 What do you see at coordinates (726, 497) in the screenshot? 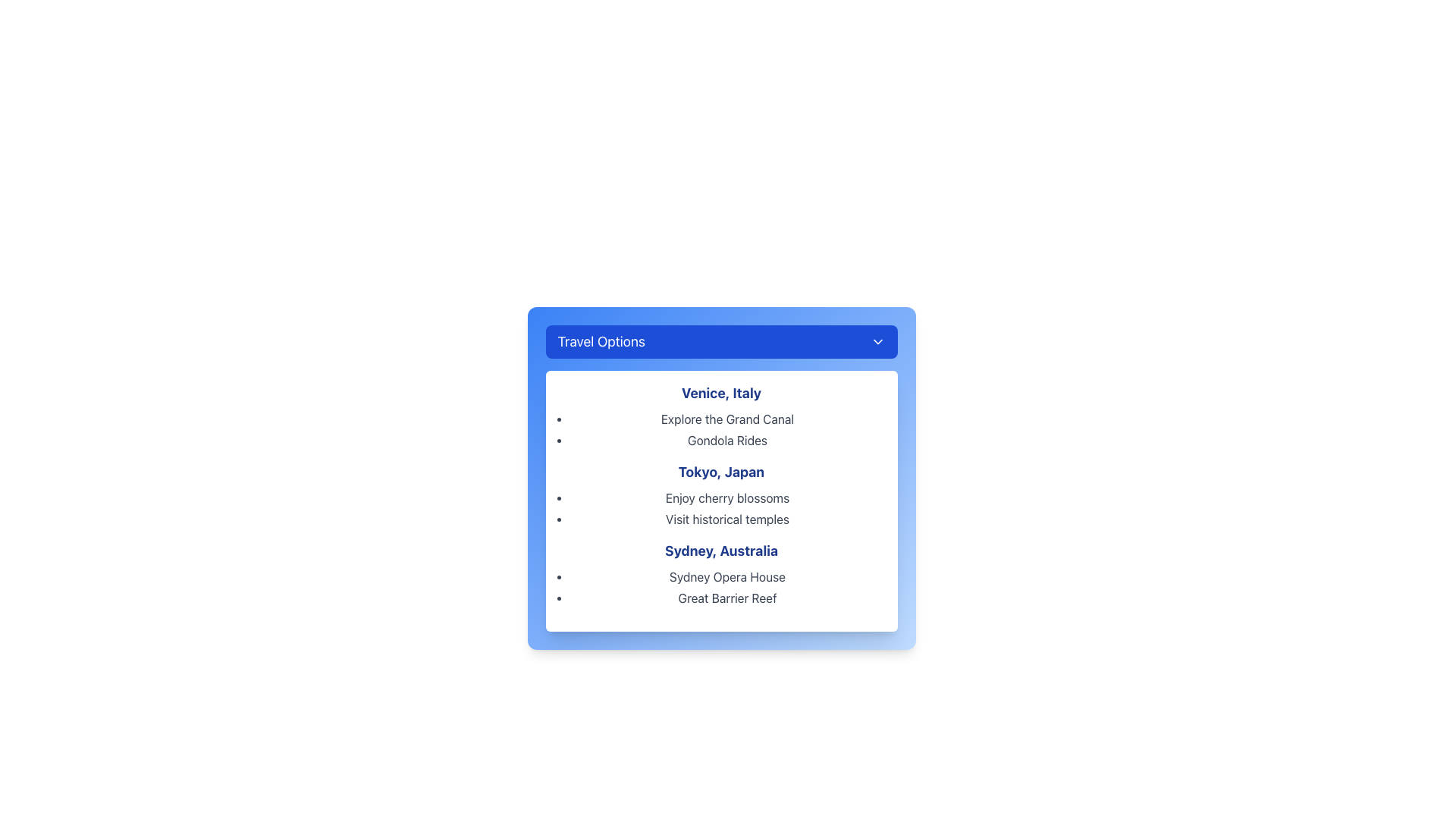
I see `text content of the first bullet point entry under the 'Tokyo, Japan' section, which is located below 'Tokyo, Japan' and above 'Visit historical temples'` at bounding box center [726, 497].